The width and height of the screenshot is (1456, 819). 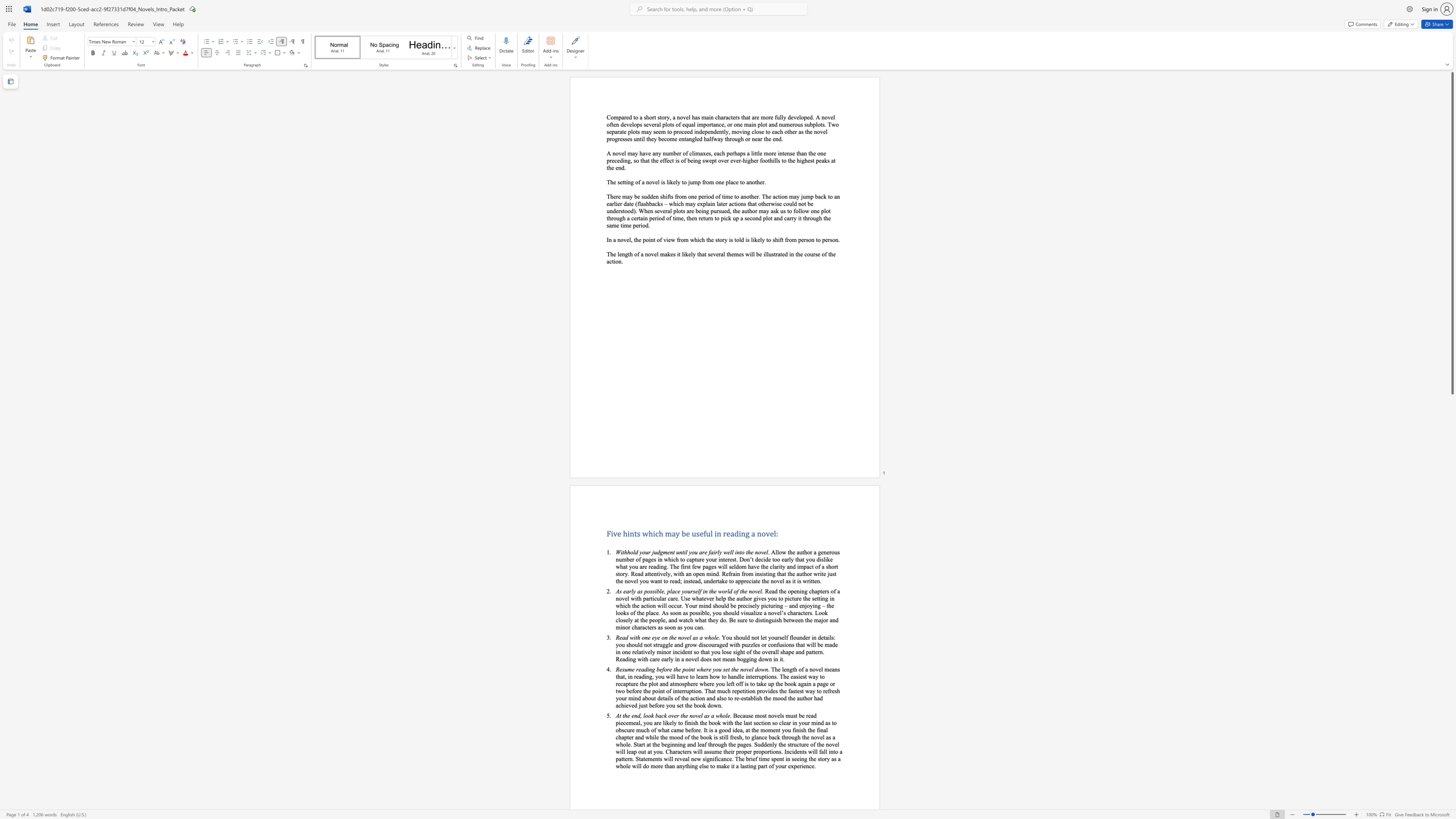 I want to click on the subset text "d minor characters as soon as you c" within the text ". Read the opening chapters of a novel with particular care. Use whatever help the author gives you to picture the setting in which the action will occur. Your mind should be precisely picturing – and enjoying – the looks of the place. As soon as possible, you should visualize a novel’s characters. Look closely at the people, and watch what they do. Be sure to distinguish between the major and minor characters as soon as you can.", so click(x=835, y=619).